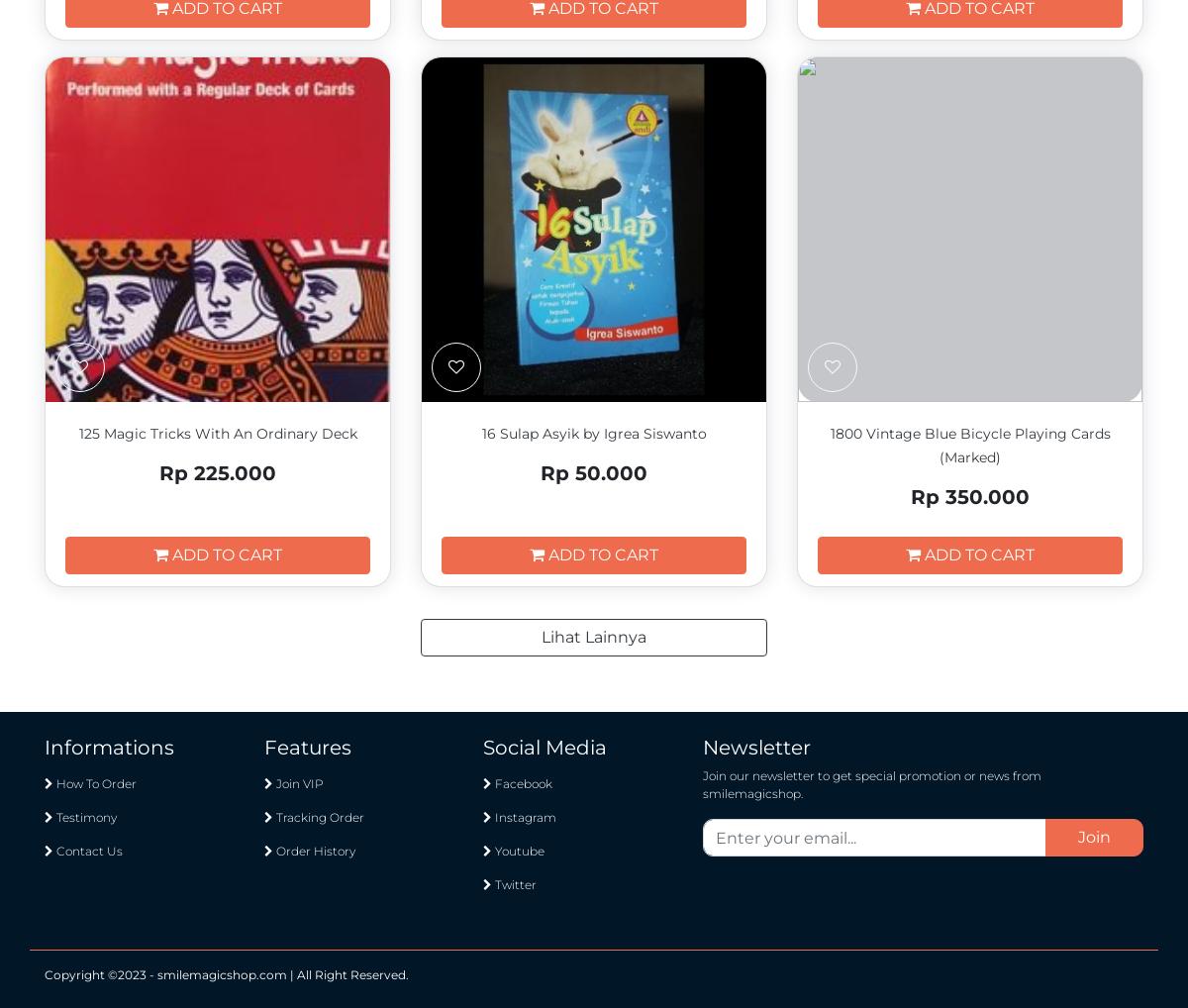  What do you see at coordinates (871, 784) in the screenshot?
I see `'Join our newsletter to get special promotion or news from smilemagicshop.'` at bounding box center [871, 784].